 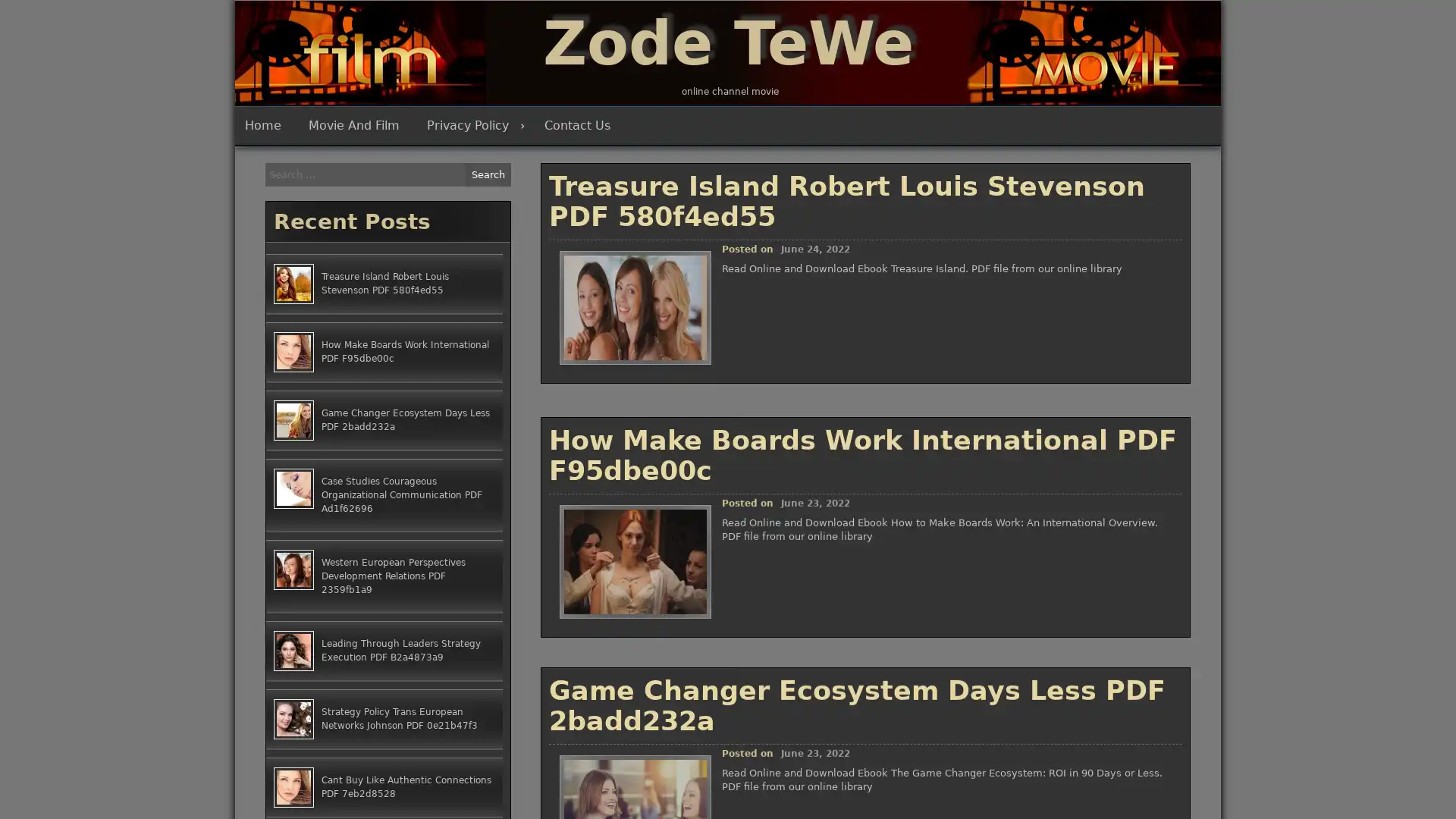 I want to click on Search, so click(x=488, y=174).